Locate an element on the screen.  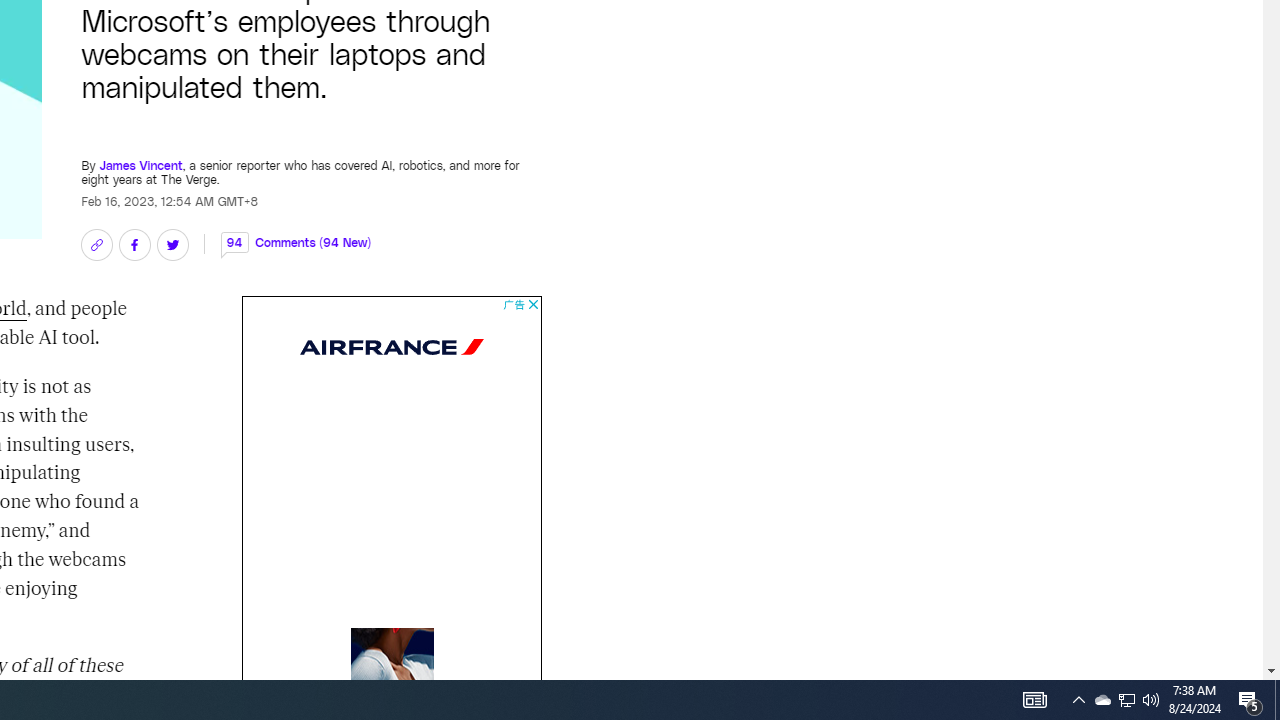
'AutomationID: cbb' is located at coordinates (533, 304).